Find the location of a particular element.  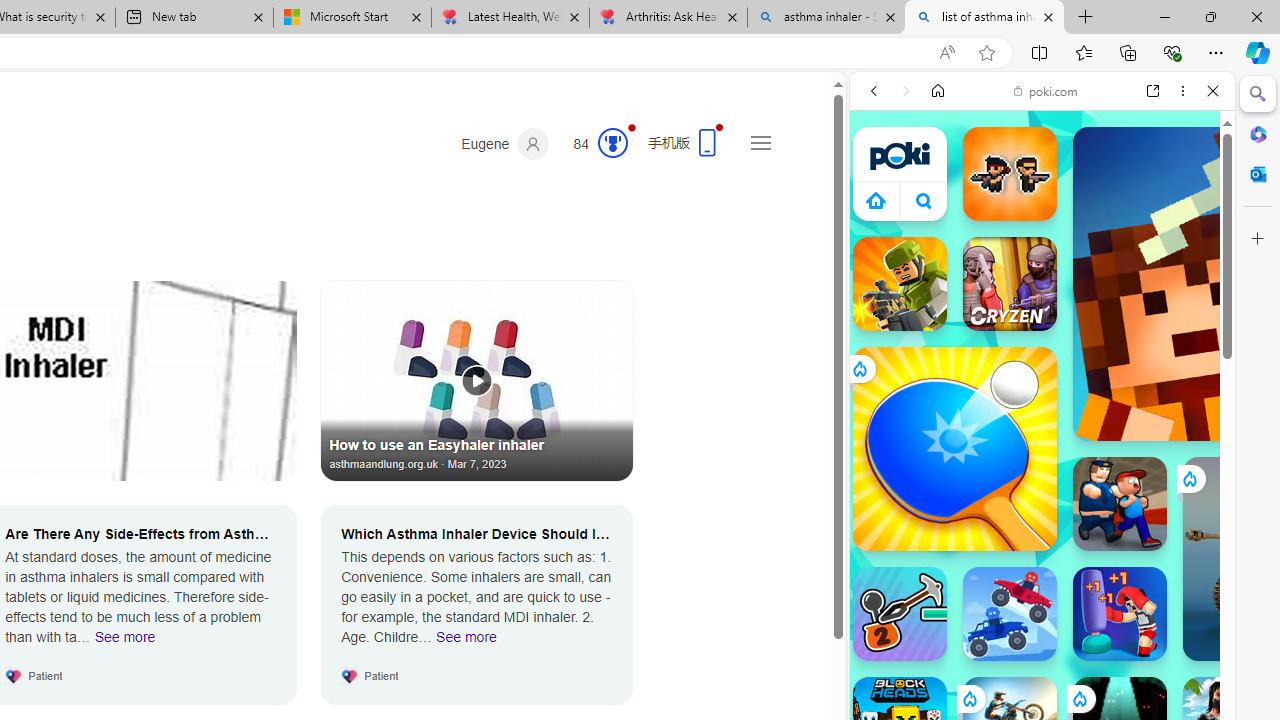

'Forward' is located at coordinates (905, 91).